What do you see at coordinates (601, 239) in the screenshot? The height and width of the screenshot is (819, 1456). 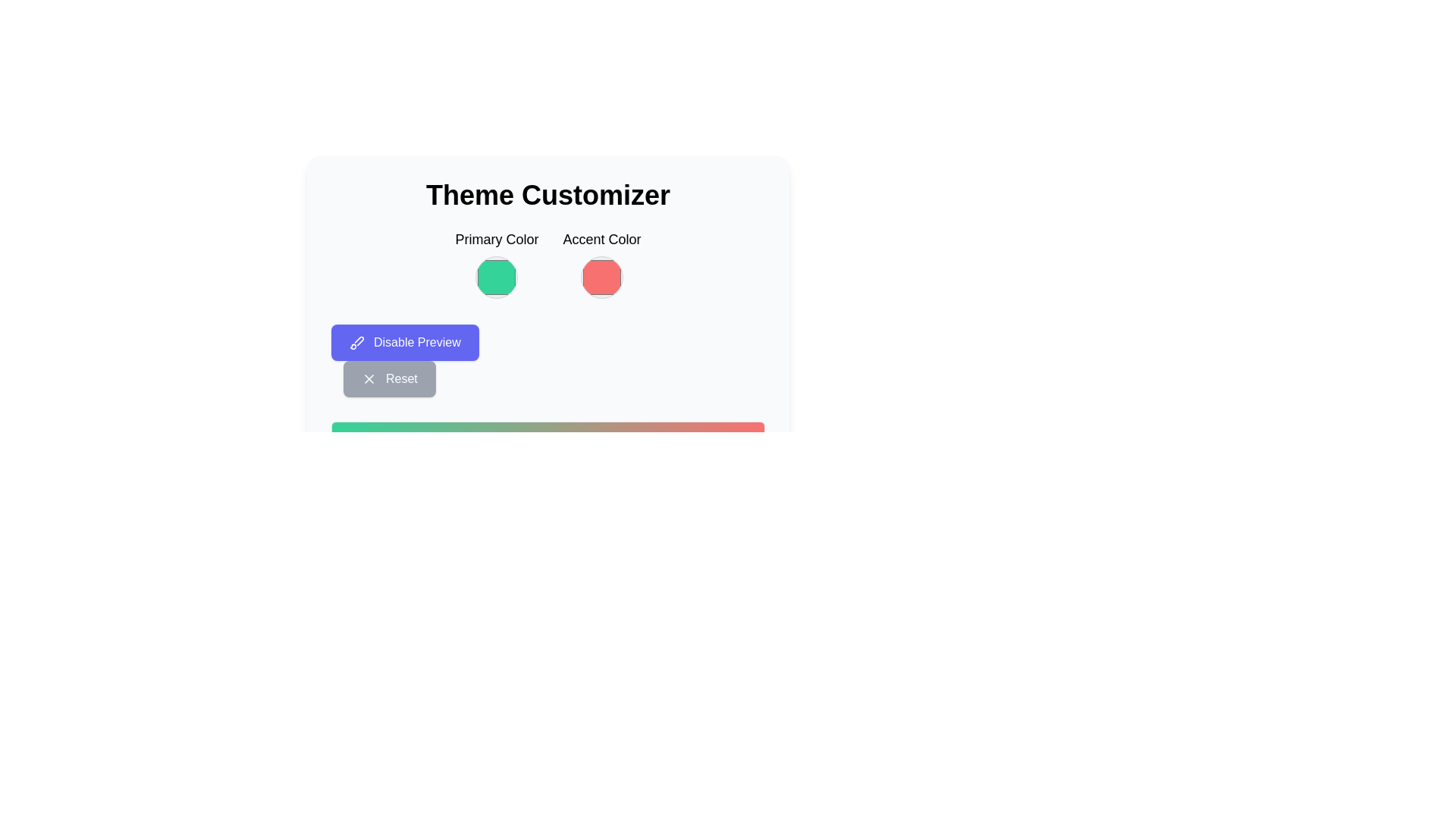 I see `the Text label that describes the functionality of the color selection, positioned near the top-right section of the interface, aligned horizontally with the 'Primary Color' label` at bounding box center [601, 239].